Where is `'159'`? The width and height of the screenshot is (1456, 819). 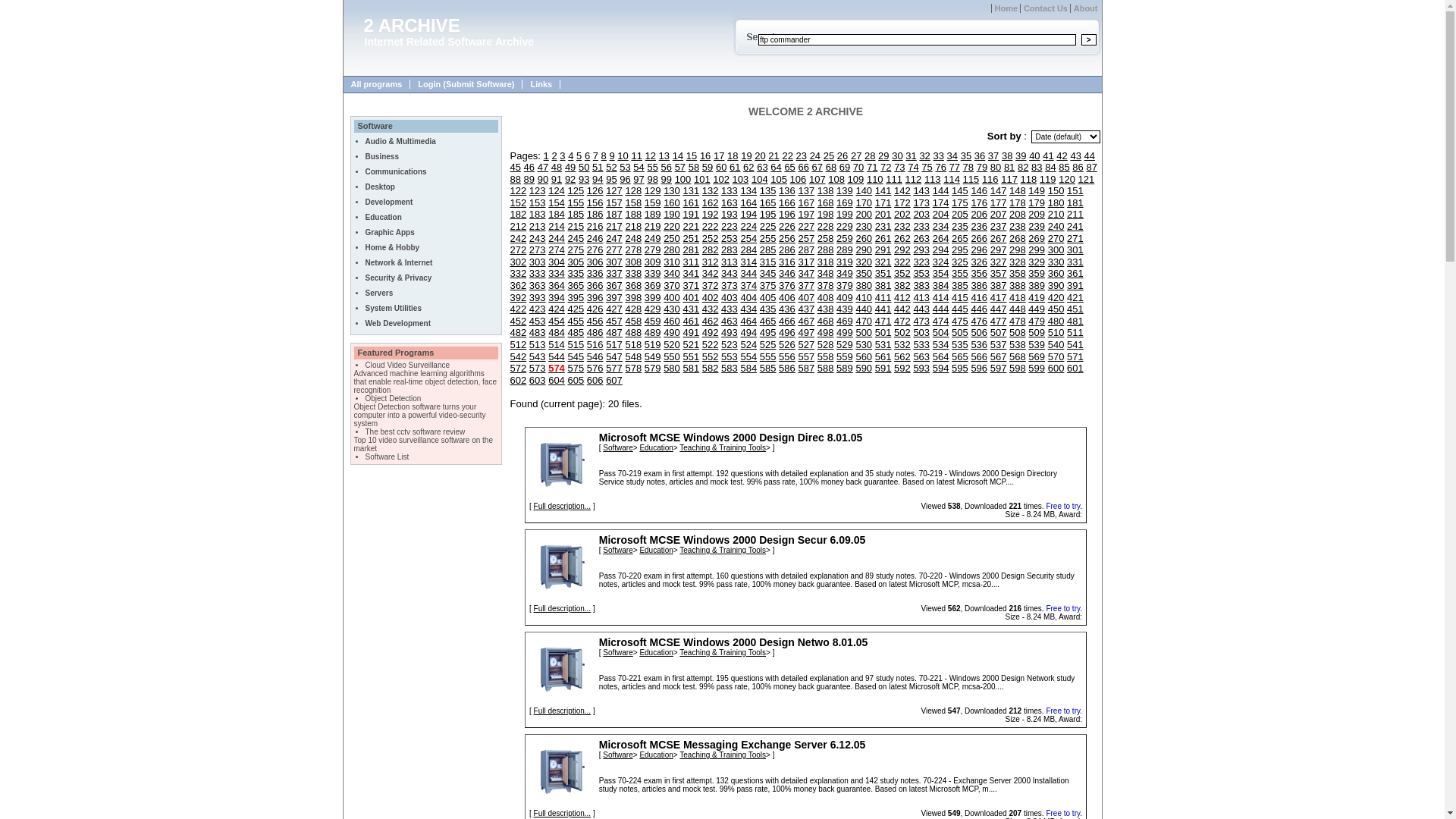 '159' is located at coordinates (652, 202).